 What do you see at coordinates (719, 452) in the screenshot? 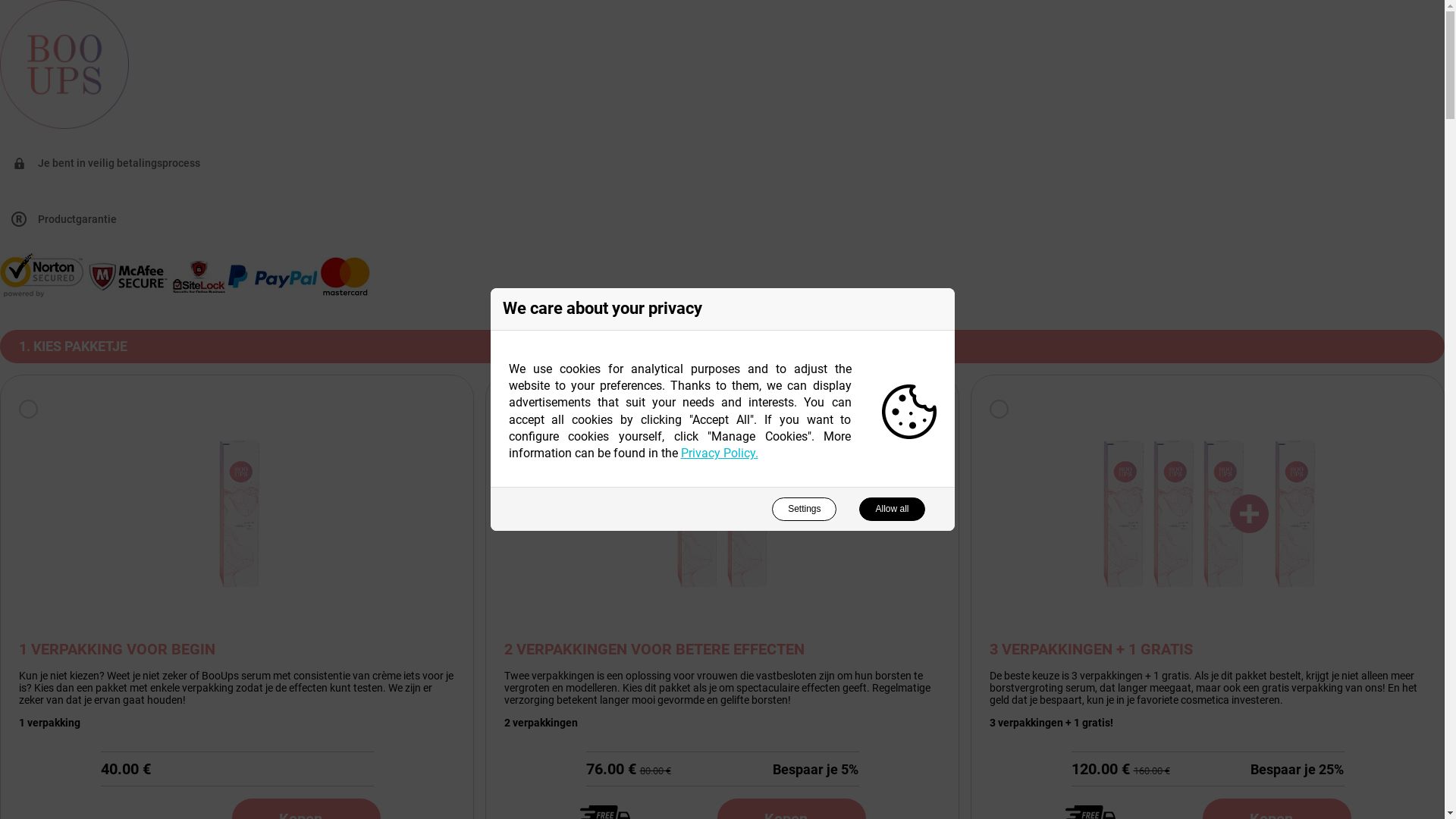
I see `'Privacy Policy.'` at bounding box center [719, 452].